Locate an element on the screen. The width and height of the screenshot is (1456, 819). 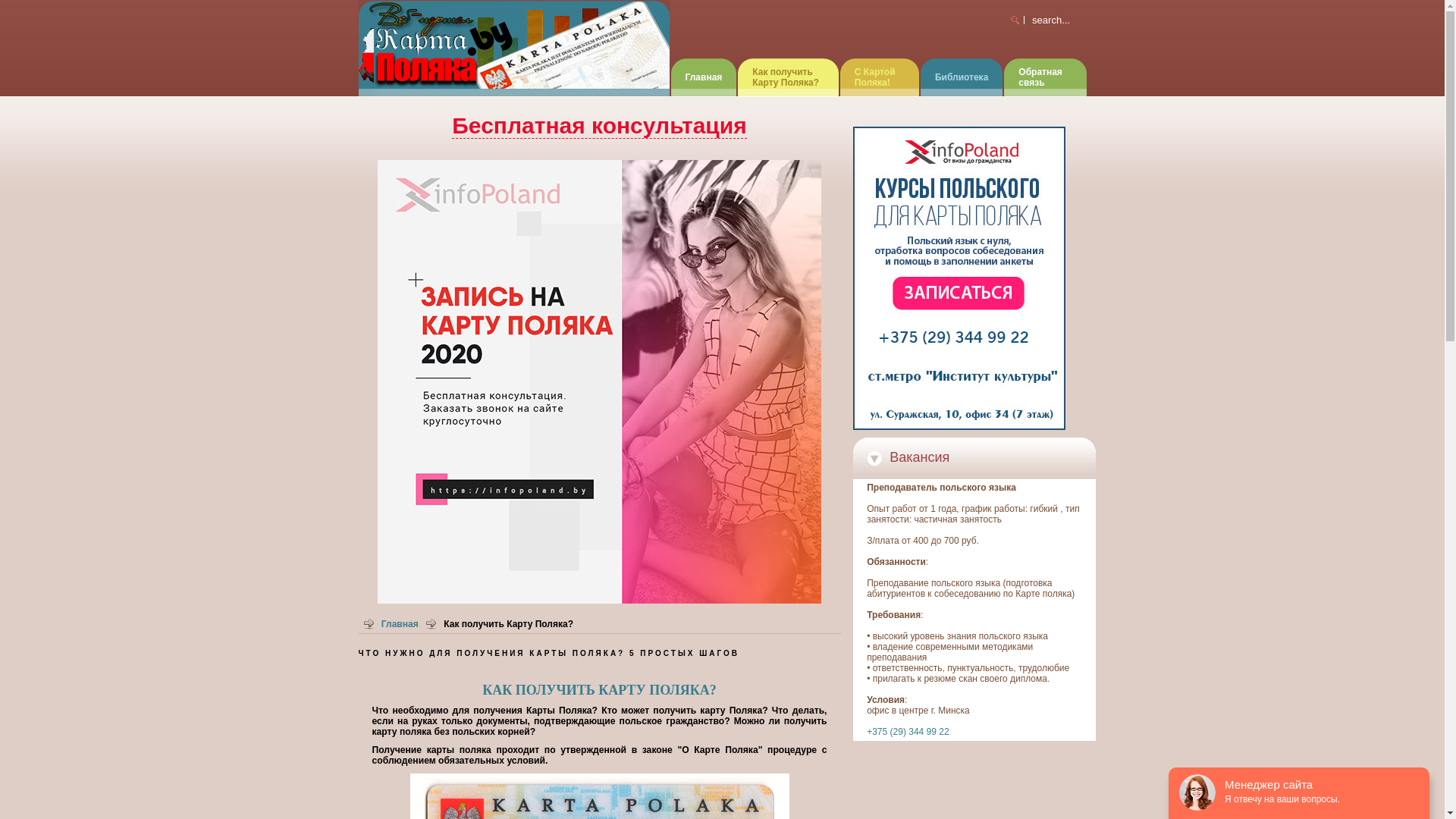
'+375 (29) 344 99 22' is located at coordinates (907, 730).